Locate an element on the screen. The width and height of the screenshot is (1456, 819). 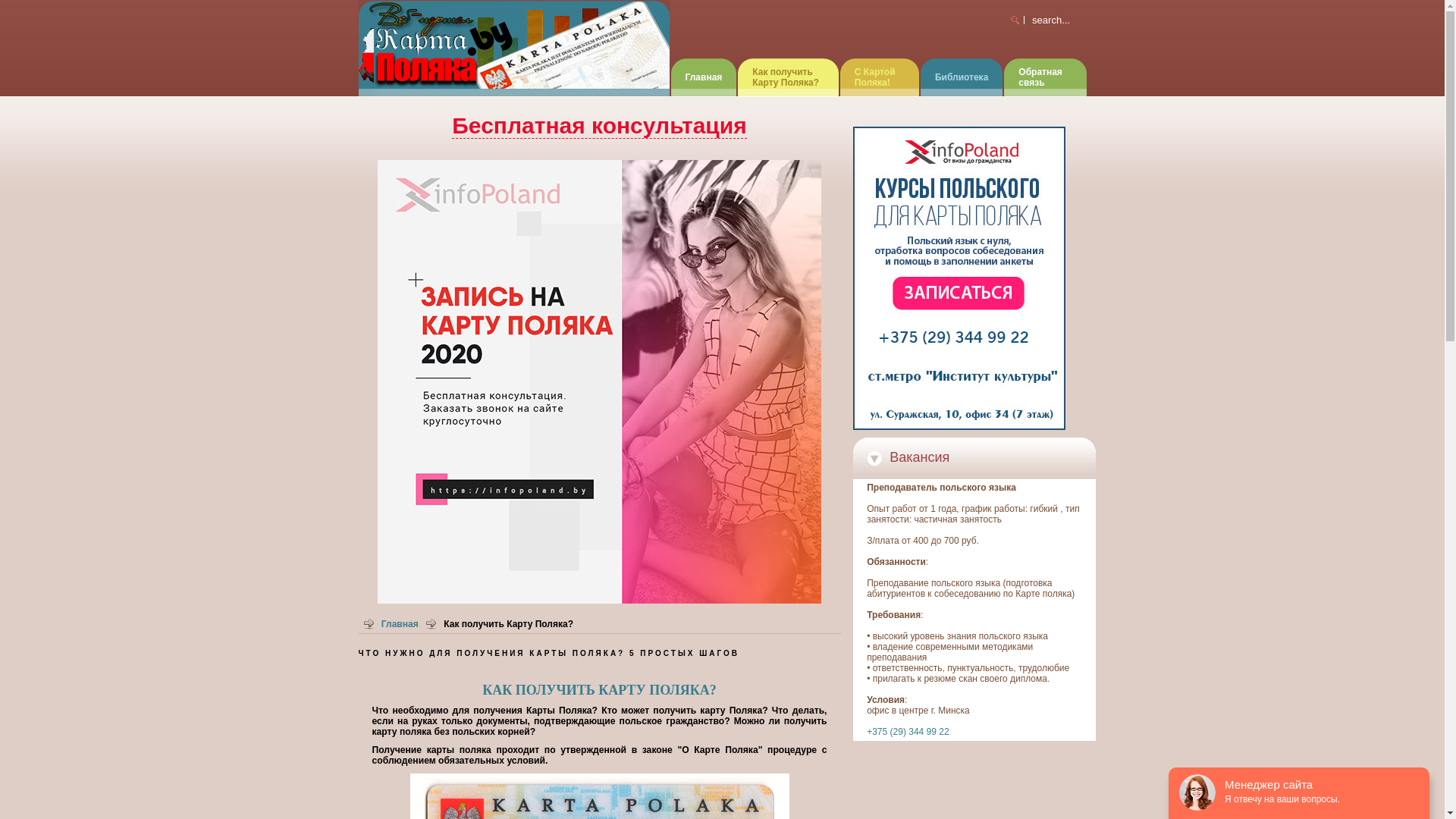
'+375 (29) 344 99 22' is located at coordinates (907, 730).